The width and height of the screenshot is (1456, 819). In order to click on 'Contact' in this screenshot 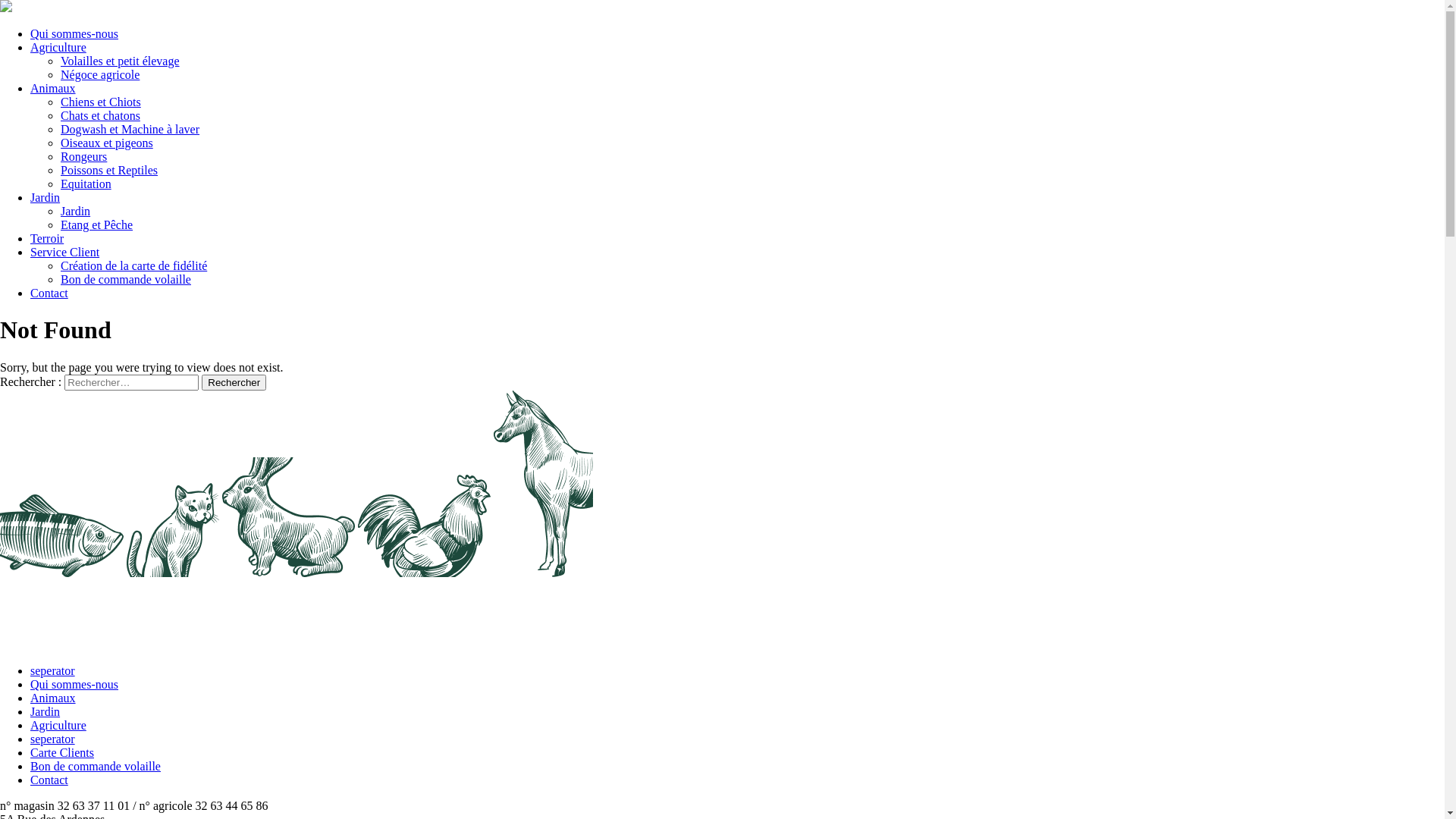, I will do `click(30, 293)`.